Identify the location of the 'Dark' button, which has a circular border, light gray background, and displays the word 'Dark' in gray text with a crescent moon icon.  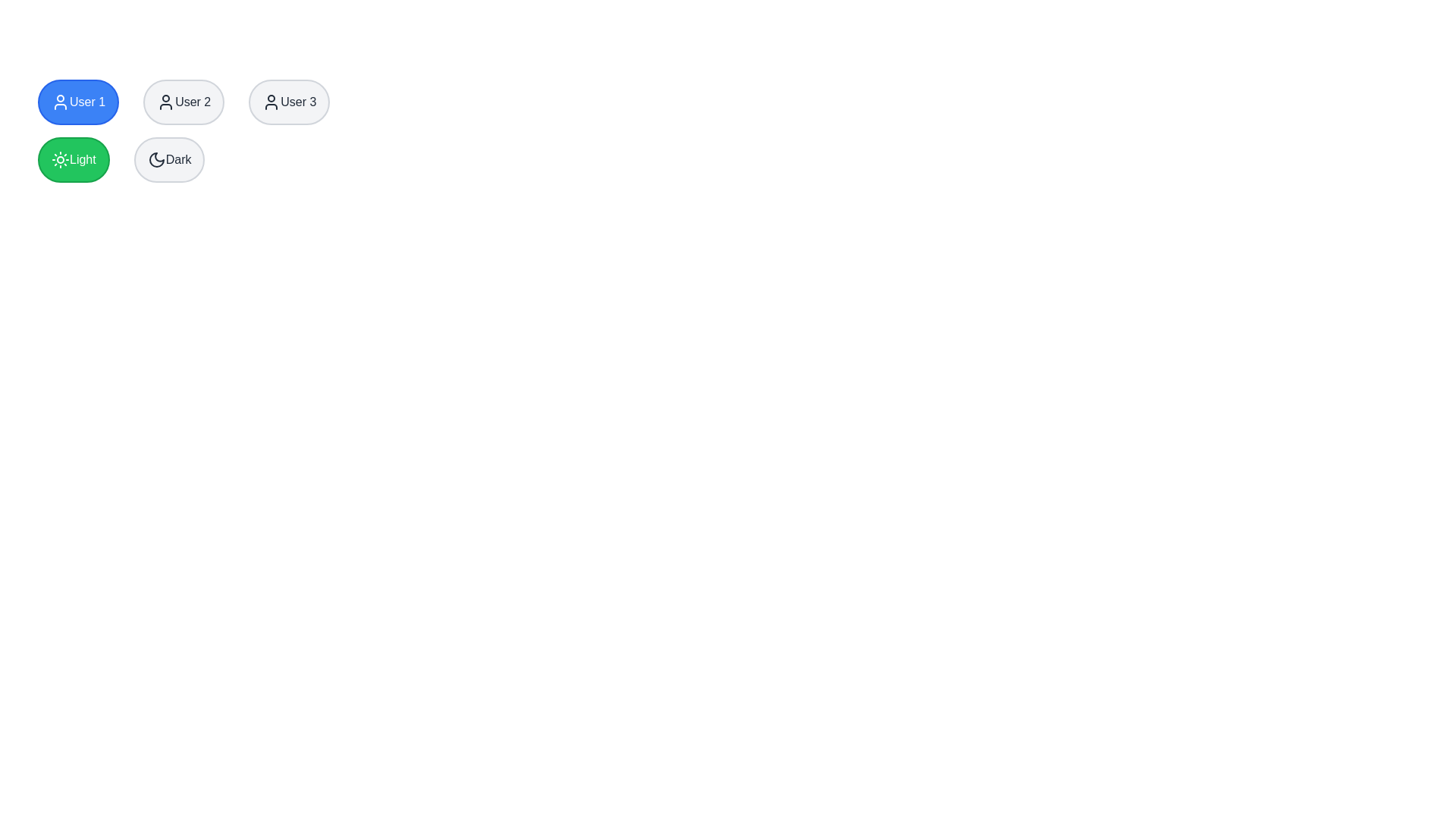
(169, 160).